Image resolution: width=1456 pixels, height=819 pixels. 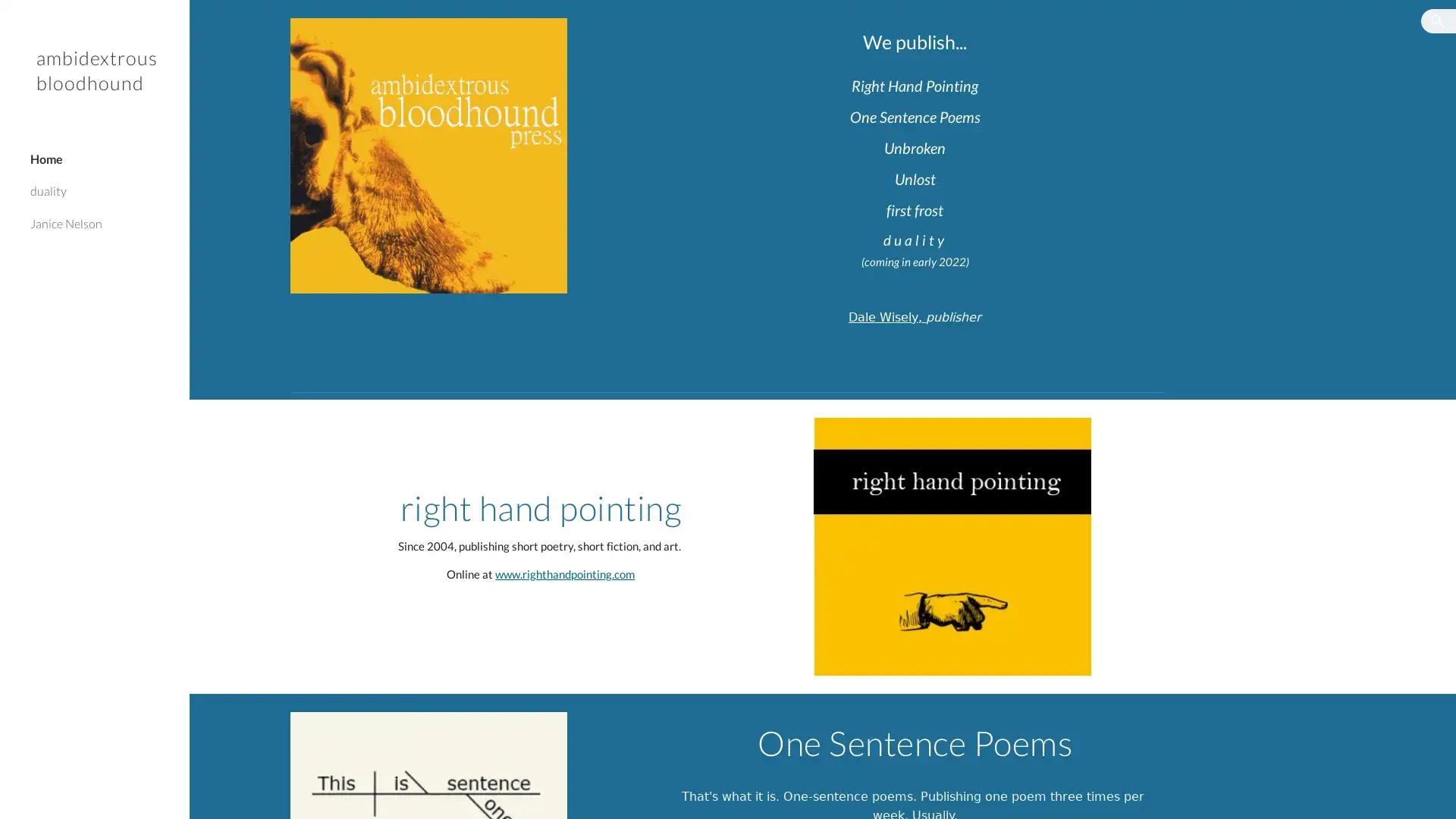 What do you see at coordinates (216, 792) in the screenshot?
I see `Site actions` at bounding box center [216, 792].